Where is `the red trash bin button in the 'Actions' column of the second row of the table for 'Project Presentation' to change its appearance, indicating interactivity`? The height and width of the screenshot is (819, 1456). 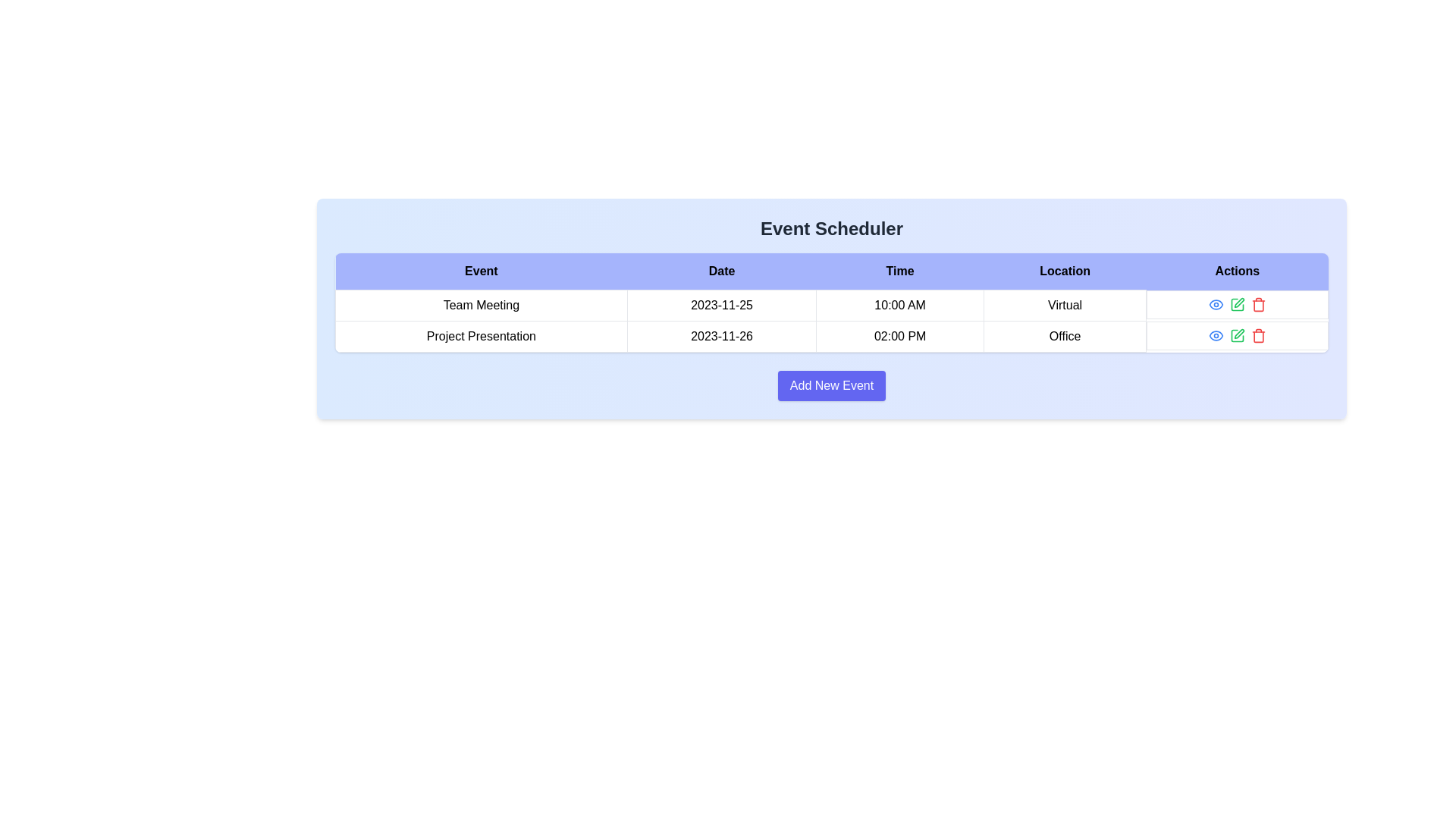
the red trash bin button in the 'Actions' column of the second row of the table for 'Project Presentation' to change its appearance, indicating interactivity is located at coordinates (1259, 304).